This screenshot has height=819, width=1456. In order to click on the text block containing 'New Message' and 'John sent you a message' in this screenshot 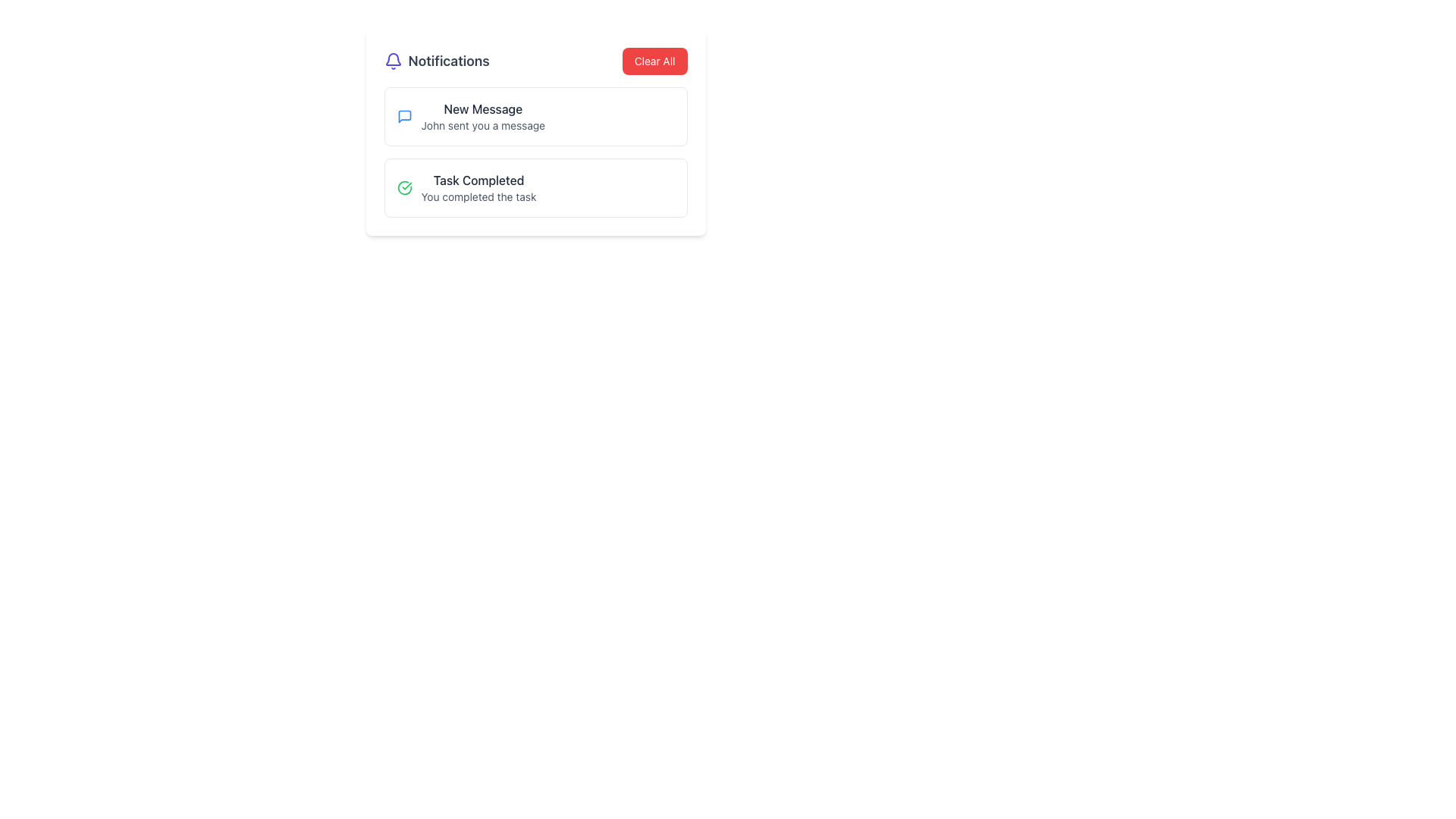, I will do `click(482, 116)`.